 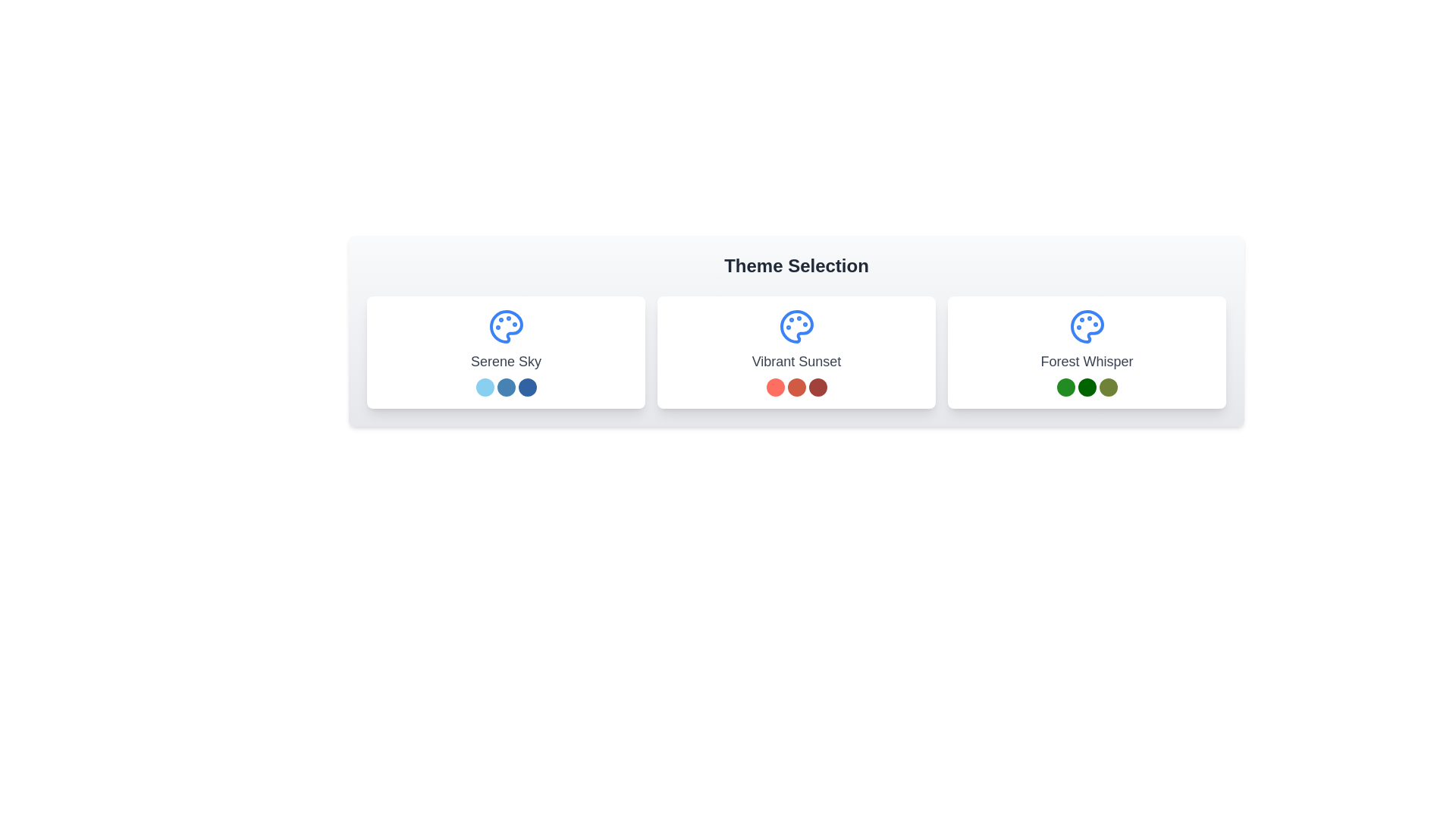 What do you see at coordinates (817, 386) in the screenshot?
I see `the small, circular dark red icon that is the third and rightmost item in the row of three circular icons at the bottom of the 'Vibrant Sunset' card` at bounding box center [817, 386].